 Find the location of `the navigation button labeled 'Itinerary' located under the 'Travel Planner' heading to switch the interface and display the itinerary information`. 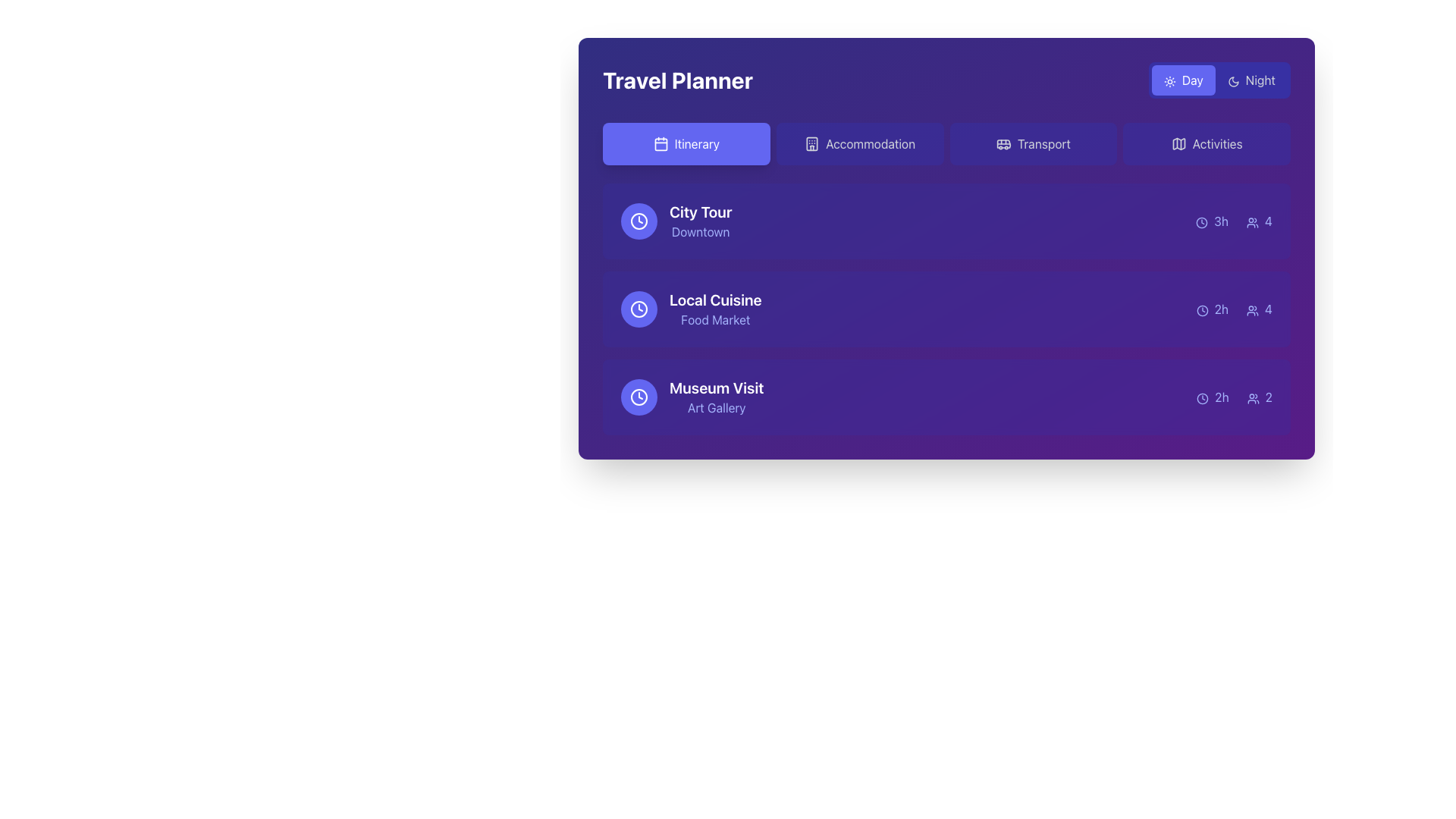

the navigation button labeled 'Itinerary' located under the 'Travel Planner' heading to switch the interface and display the itinerary information is located at coordinates (696, 143).